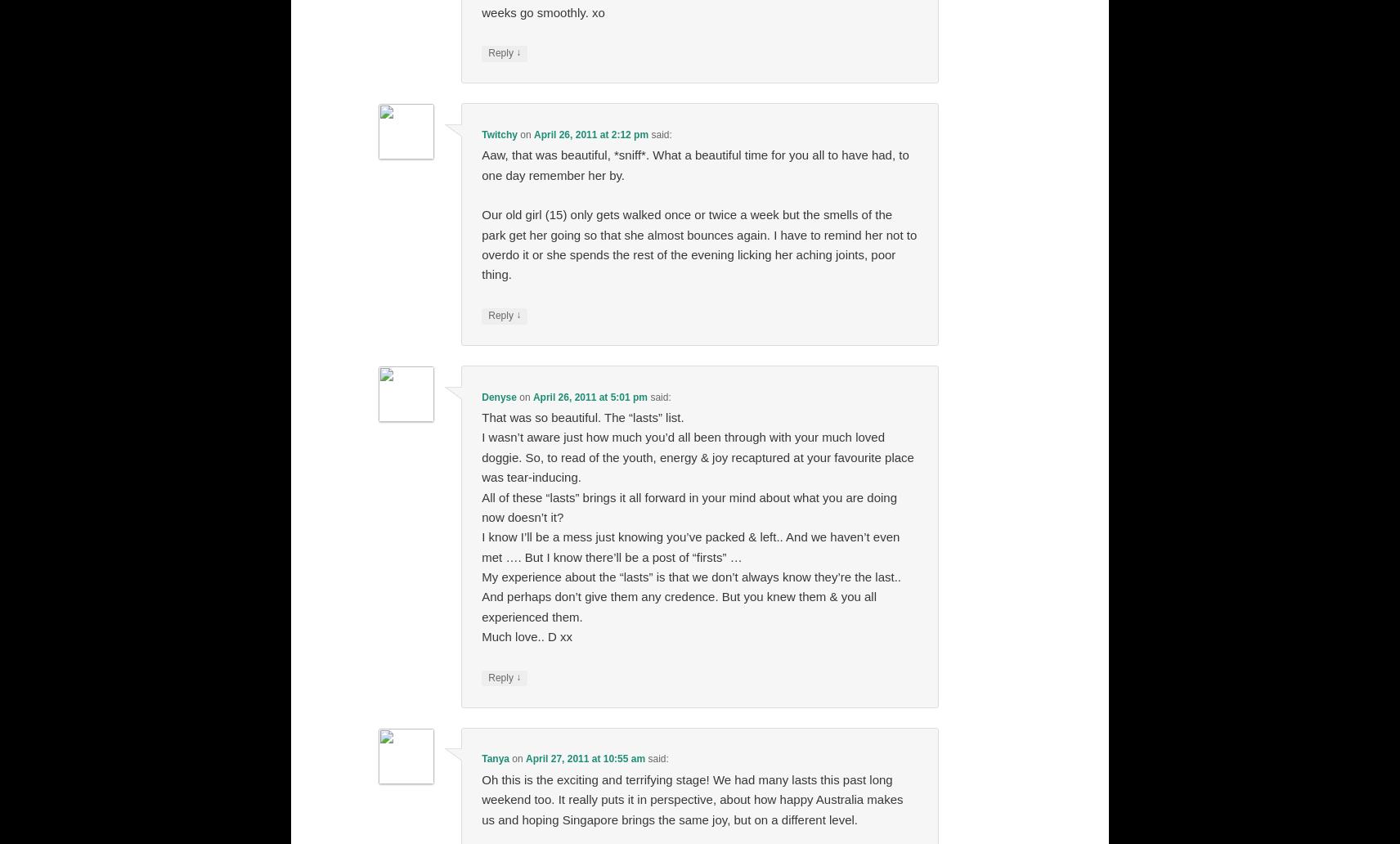  I want to click on 'All of these “lasts” brings it all forward in your mind about what you are doing now doesn’t it?', so click(689, 506).